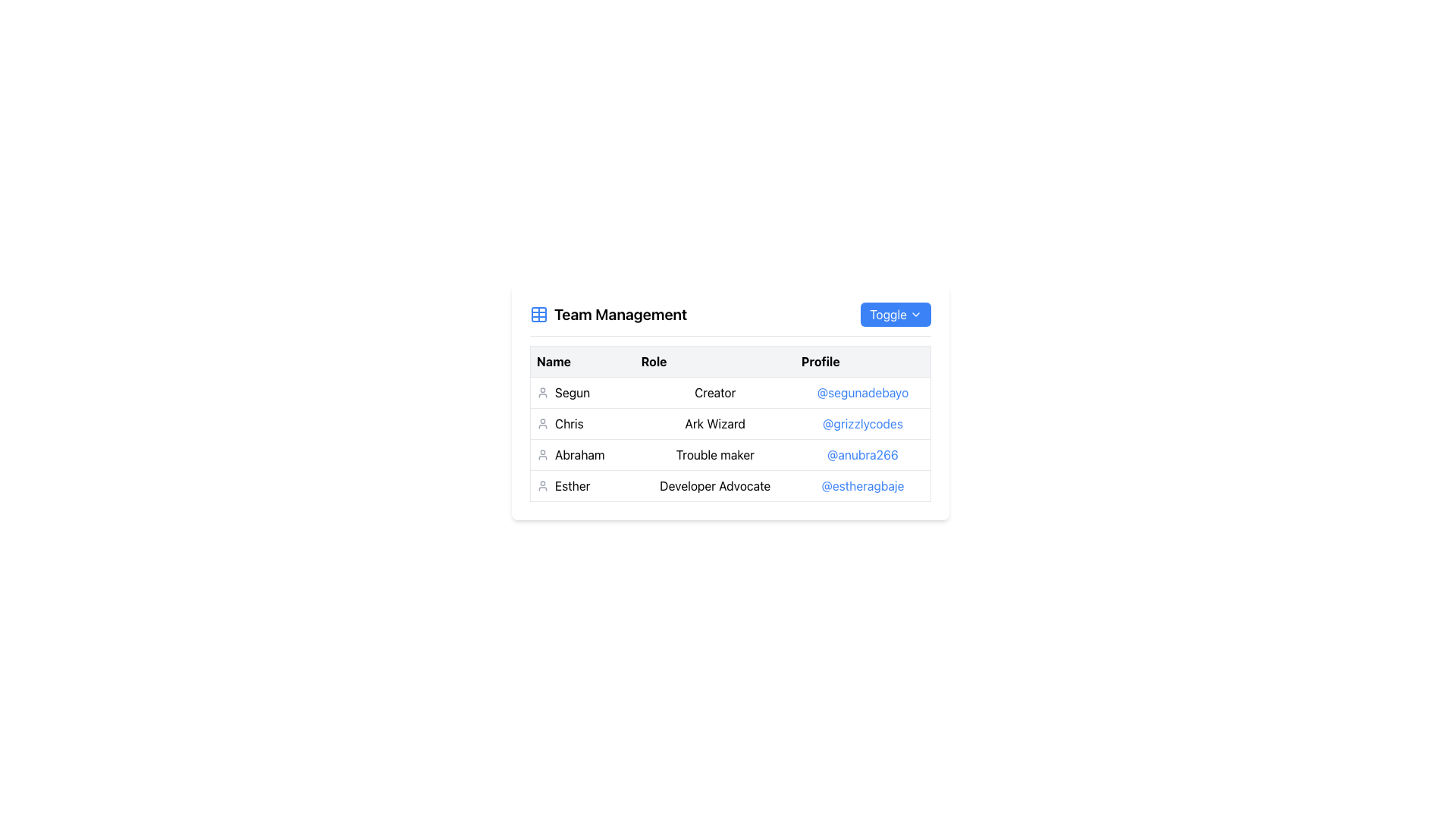  I want to click on the non-interactive text label representing the role of user 'Abraham' in the 'Team Management' table, located in the third row under the 'Role' column, so click(714, 454).